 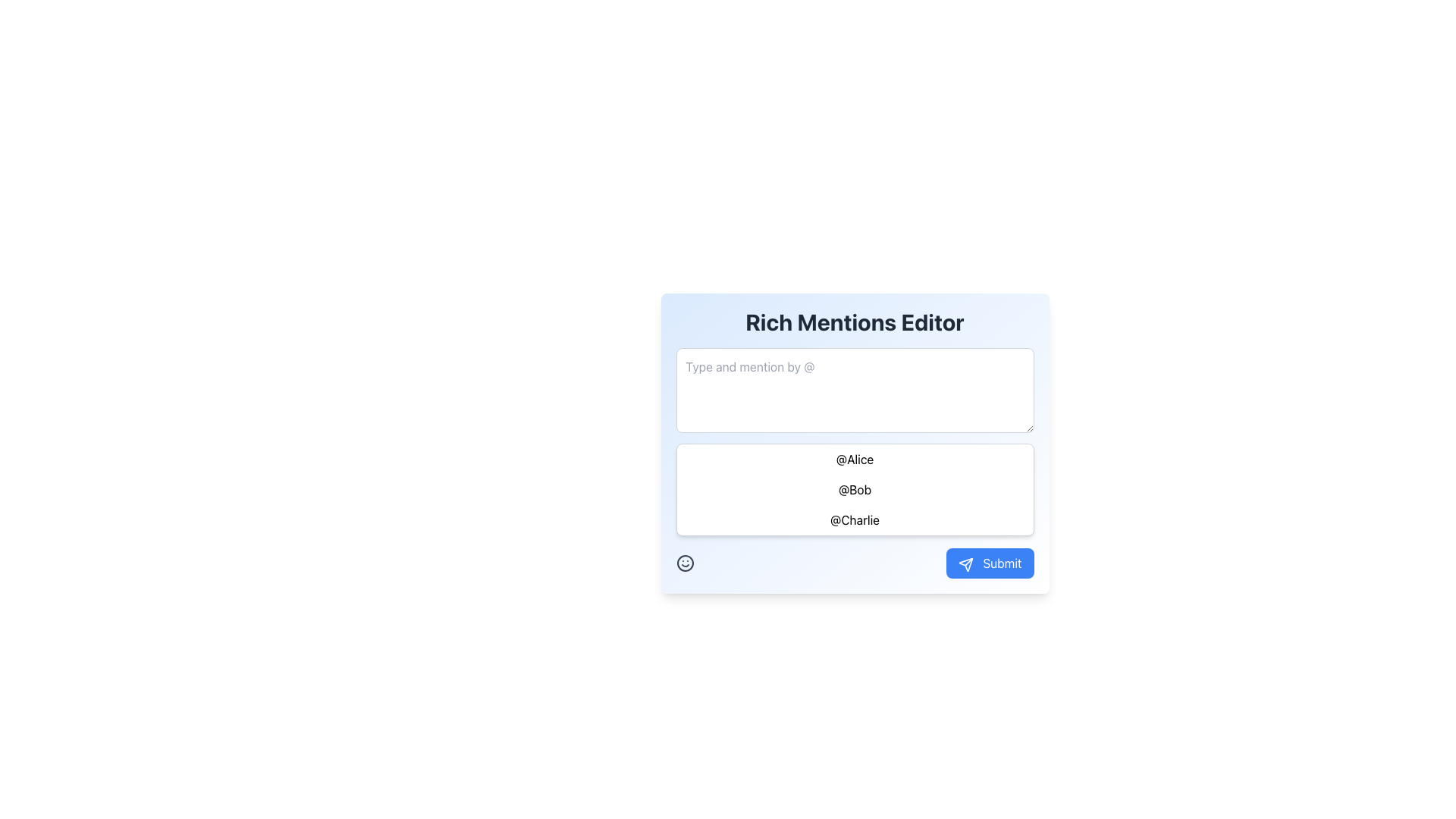 What do you see at coordinates (855, 489) in the screenshot?
I see `the dropdown list item '@Bob' which is a white dropdown-like list with rounded corners, located below the text input box with placeholder 'Type and mention by @'` at bounding box center [855, 489].